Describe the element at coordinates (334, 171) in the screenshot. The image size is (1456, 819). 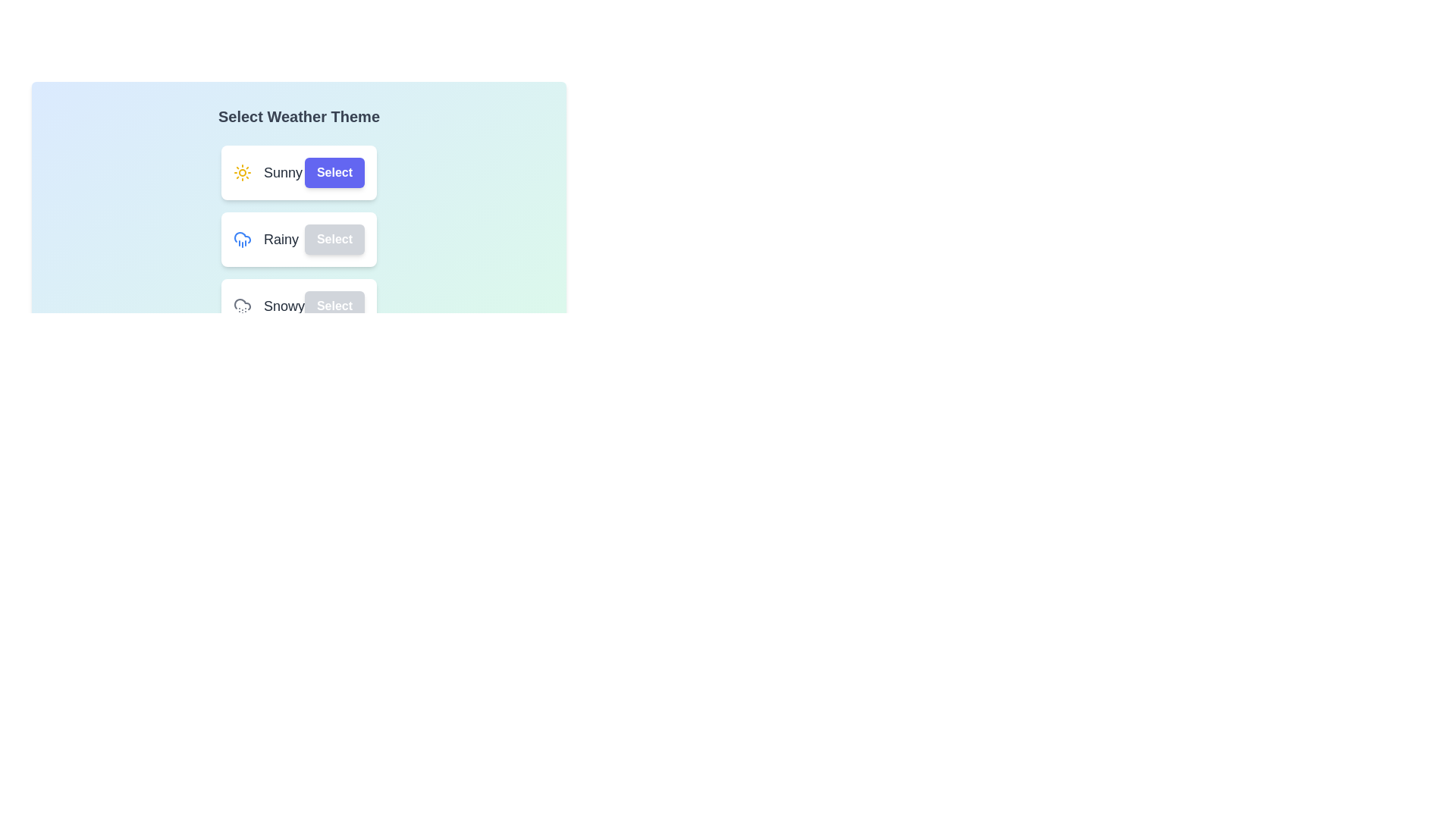
I see `'Select' button for the weather theme sunny` at that location.